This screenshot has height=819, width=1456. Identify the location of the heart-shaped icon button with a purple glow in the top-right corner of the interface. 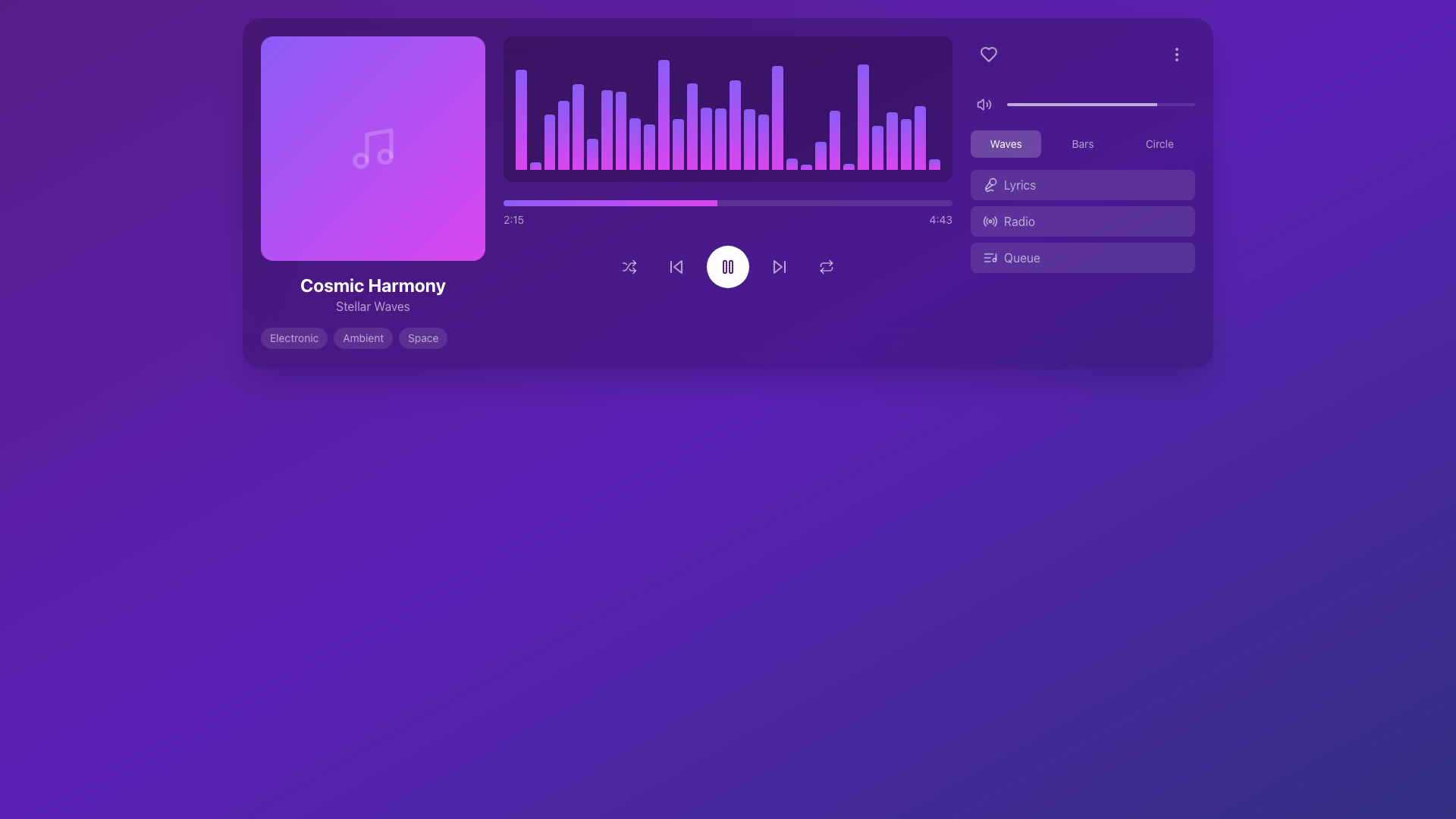
(989, 54).